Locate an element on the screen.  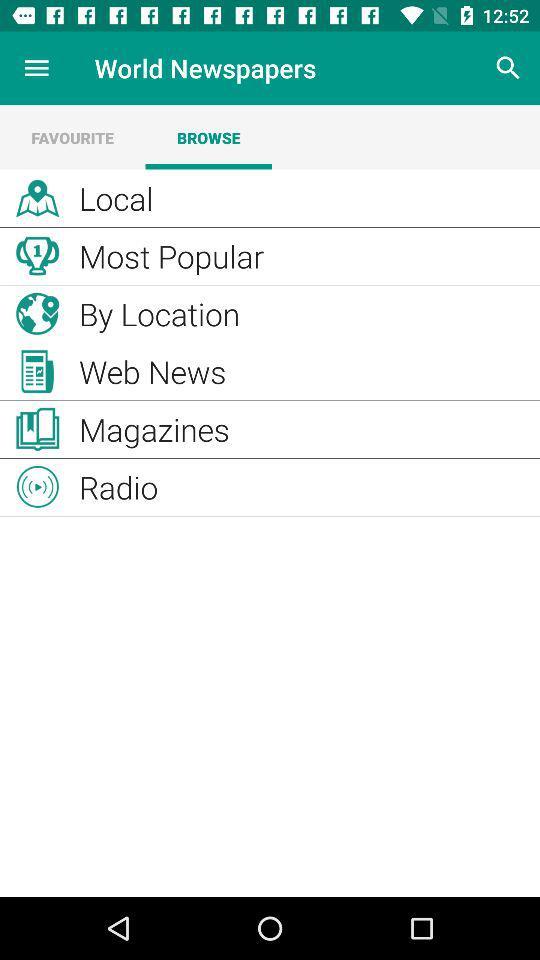
search bar is located at coordinates (508, 68).